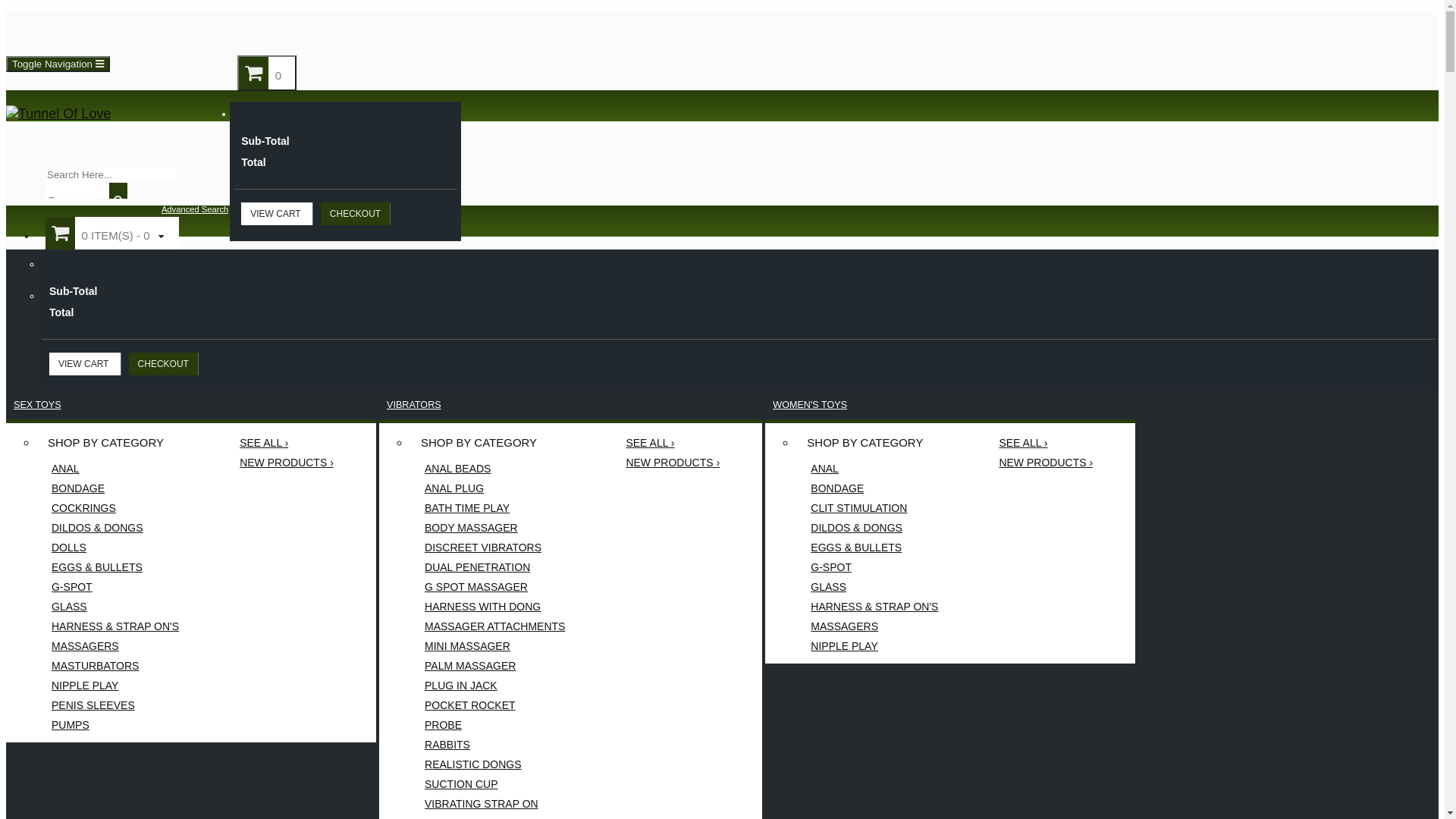 This screenshot has width=1456, height=819. Describe the element at coordinates (494, 704) in the screenshot. I see `'POCKET ROCKET'` at that location.